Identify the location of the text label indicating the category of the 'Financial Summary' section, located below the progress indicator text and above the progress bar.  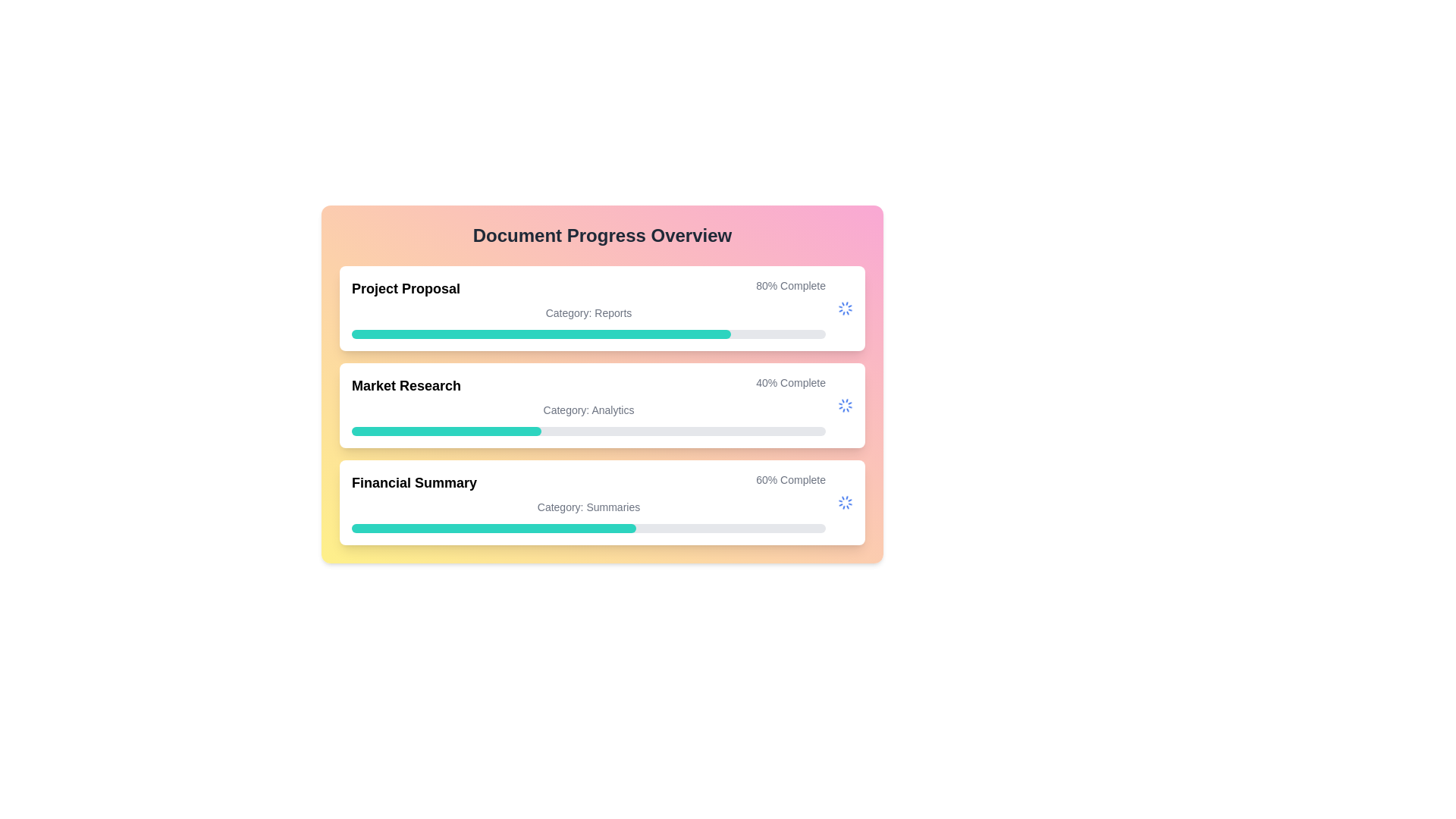
(588, 507).